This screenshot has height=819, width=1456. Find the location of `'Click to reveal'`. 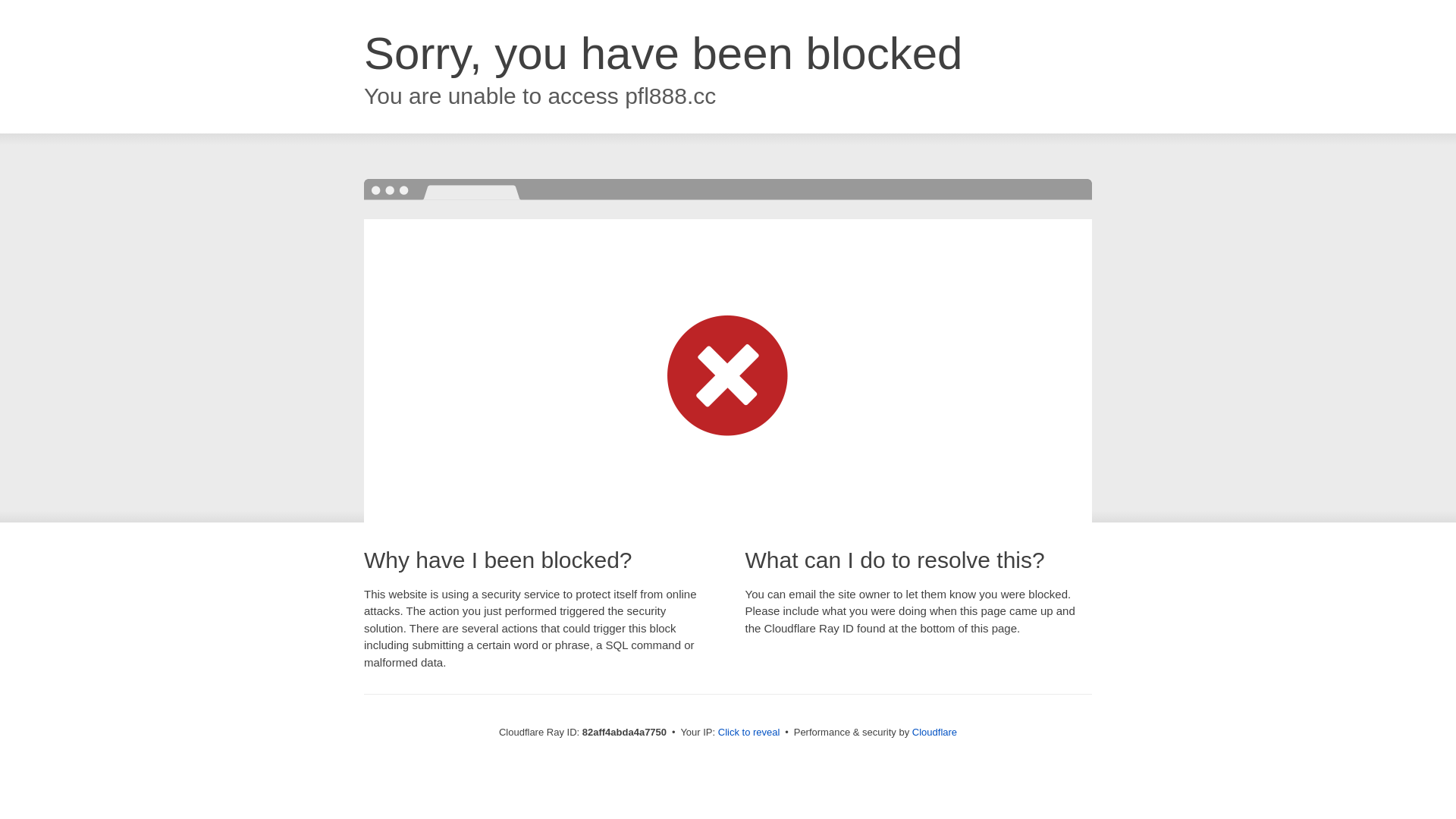

'Click to reveal' is located at coordinates (749, 731).